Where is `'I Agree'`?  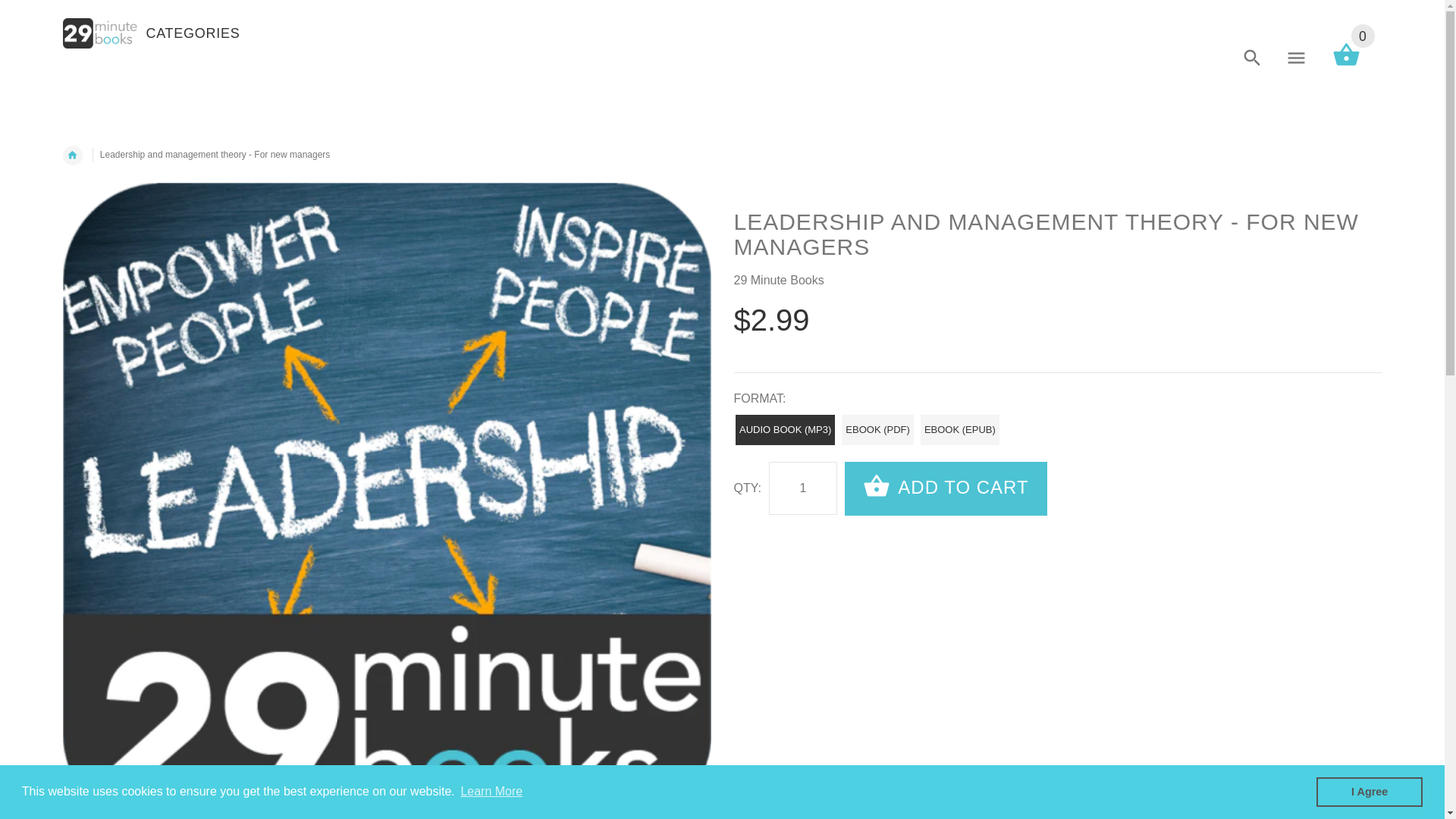
'I Agree' is located at coordinates (1369, 791).